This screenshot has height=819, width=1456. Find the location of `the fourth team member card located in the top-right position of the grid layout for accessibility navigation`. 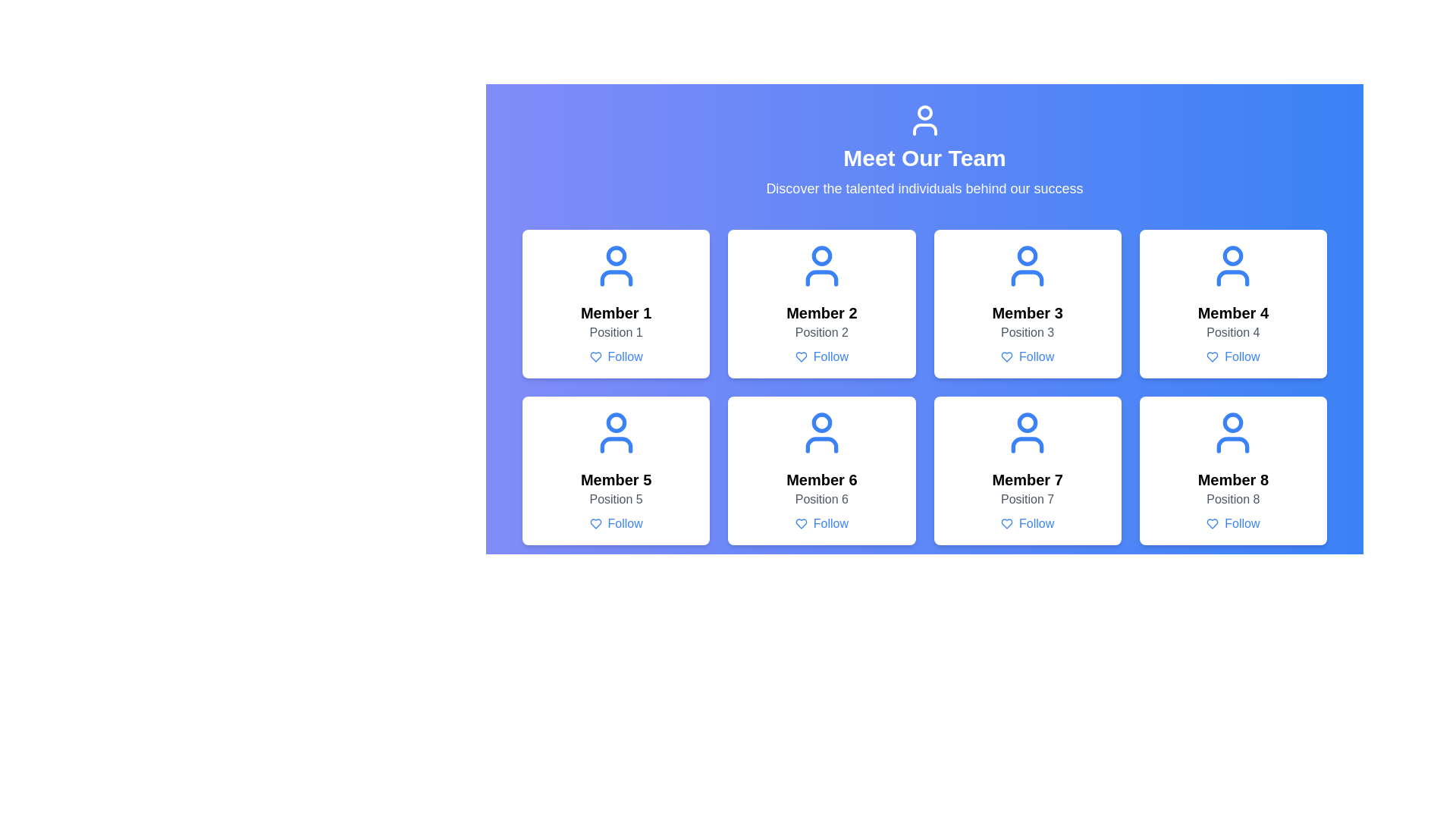

the fourth team member card located in the top-right position of the grid layout for accessibility navigation is located at coordinates (1233, 304).